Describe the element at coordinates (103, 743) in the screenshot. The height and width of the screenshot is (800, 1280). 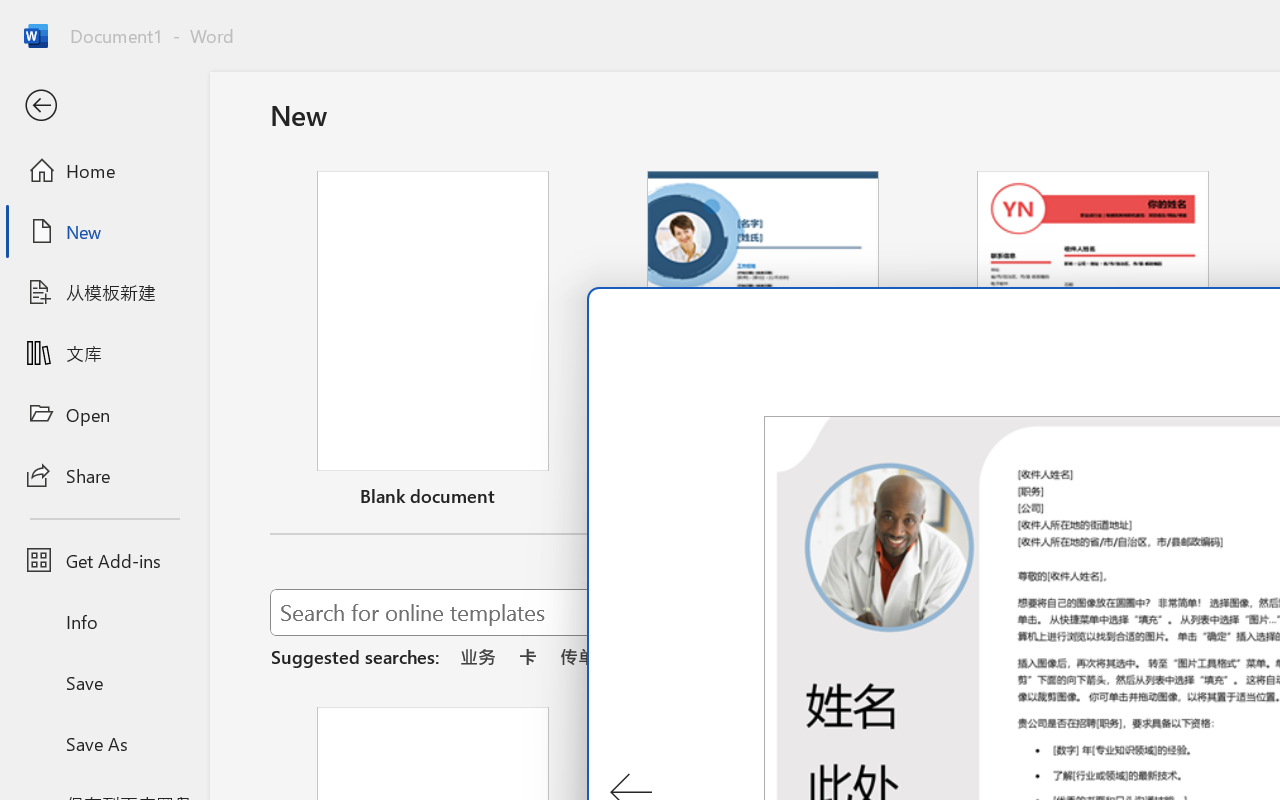
I see `'Save As'` at that location.